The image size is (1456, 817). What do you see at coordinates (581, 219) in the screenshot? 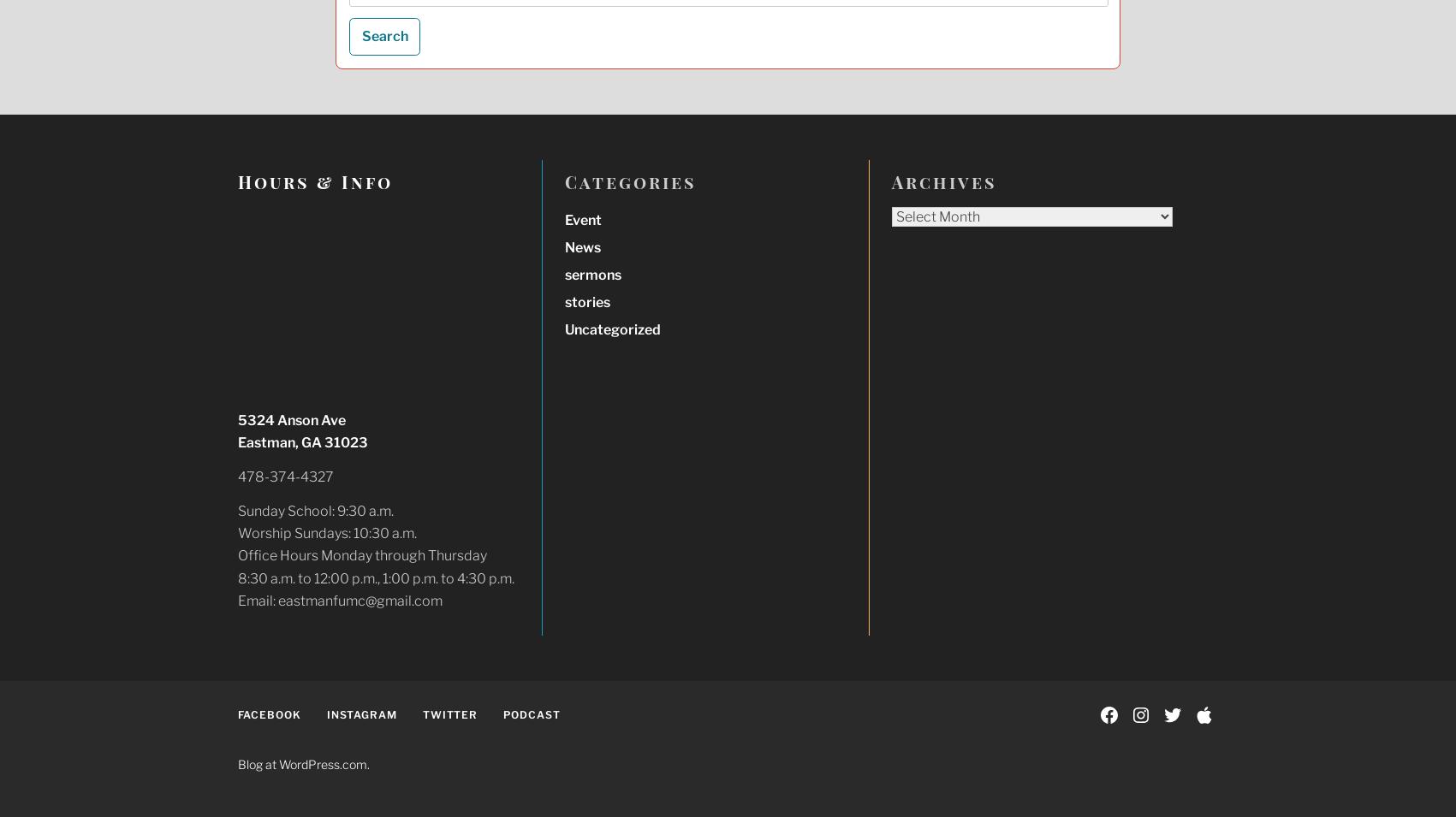
I see `'Event'` at bounding box center [581, 219].